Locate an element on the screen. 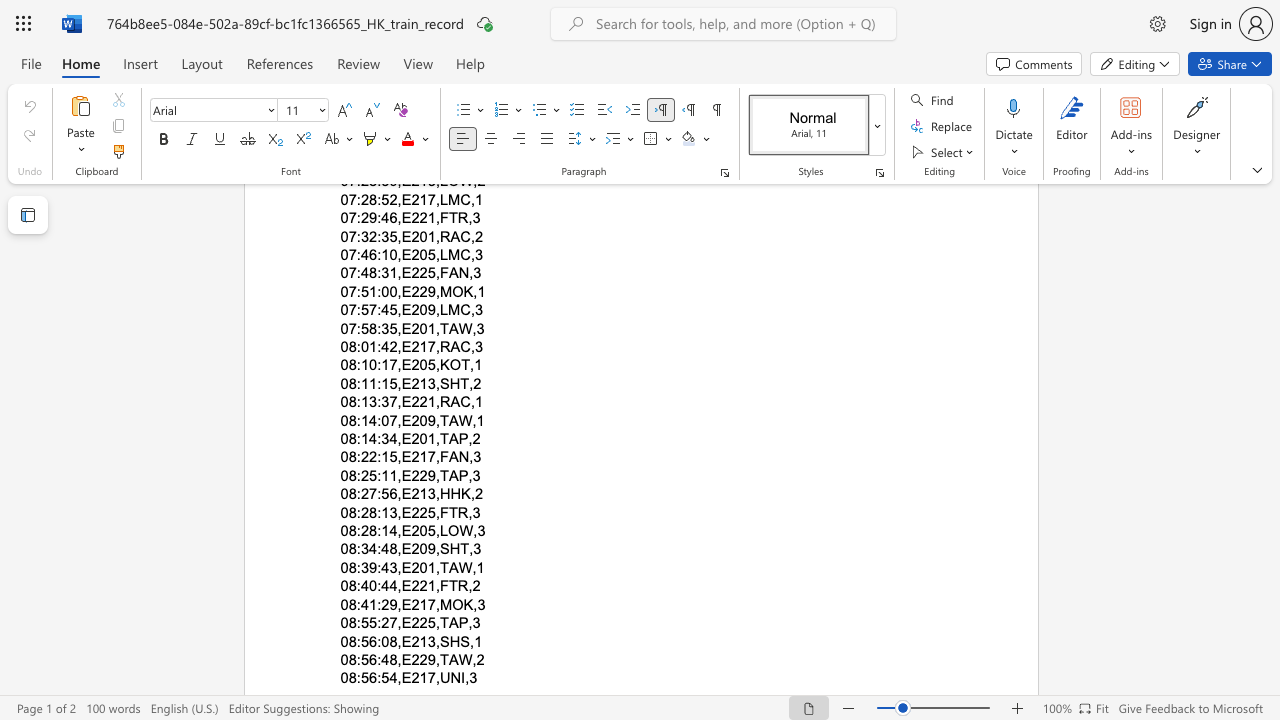  the space between the continuous character "8" and "," in the text is located at coordinates (396, 641).